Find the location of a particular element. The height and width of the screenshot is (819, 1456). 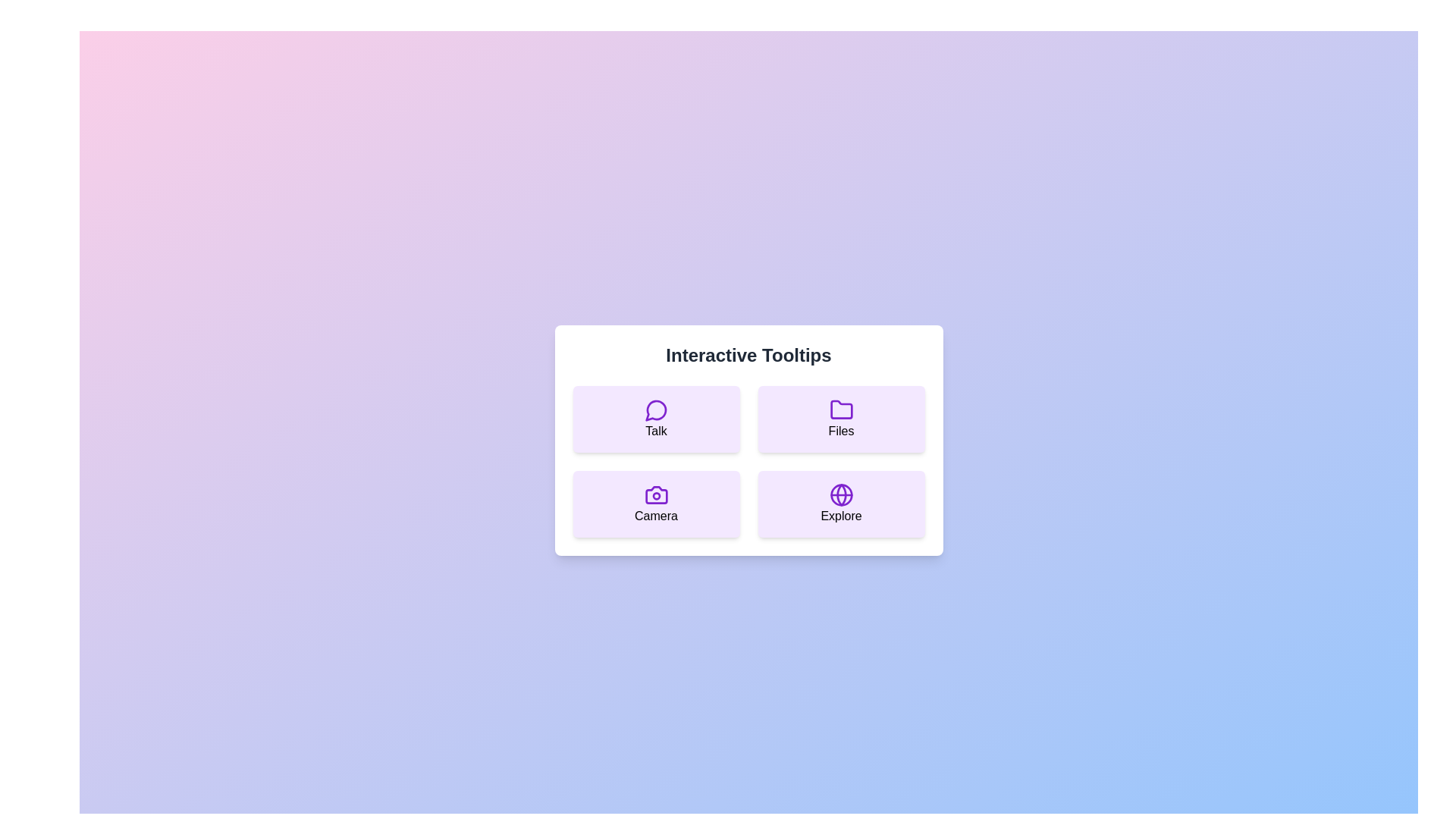

the 'Camera' card located in the bottom-left corner of the grid layout is located at coordinates (656, 504).